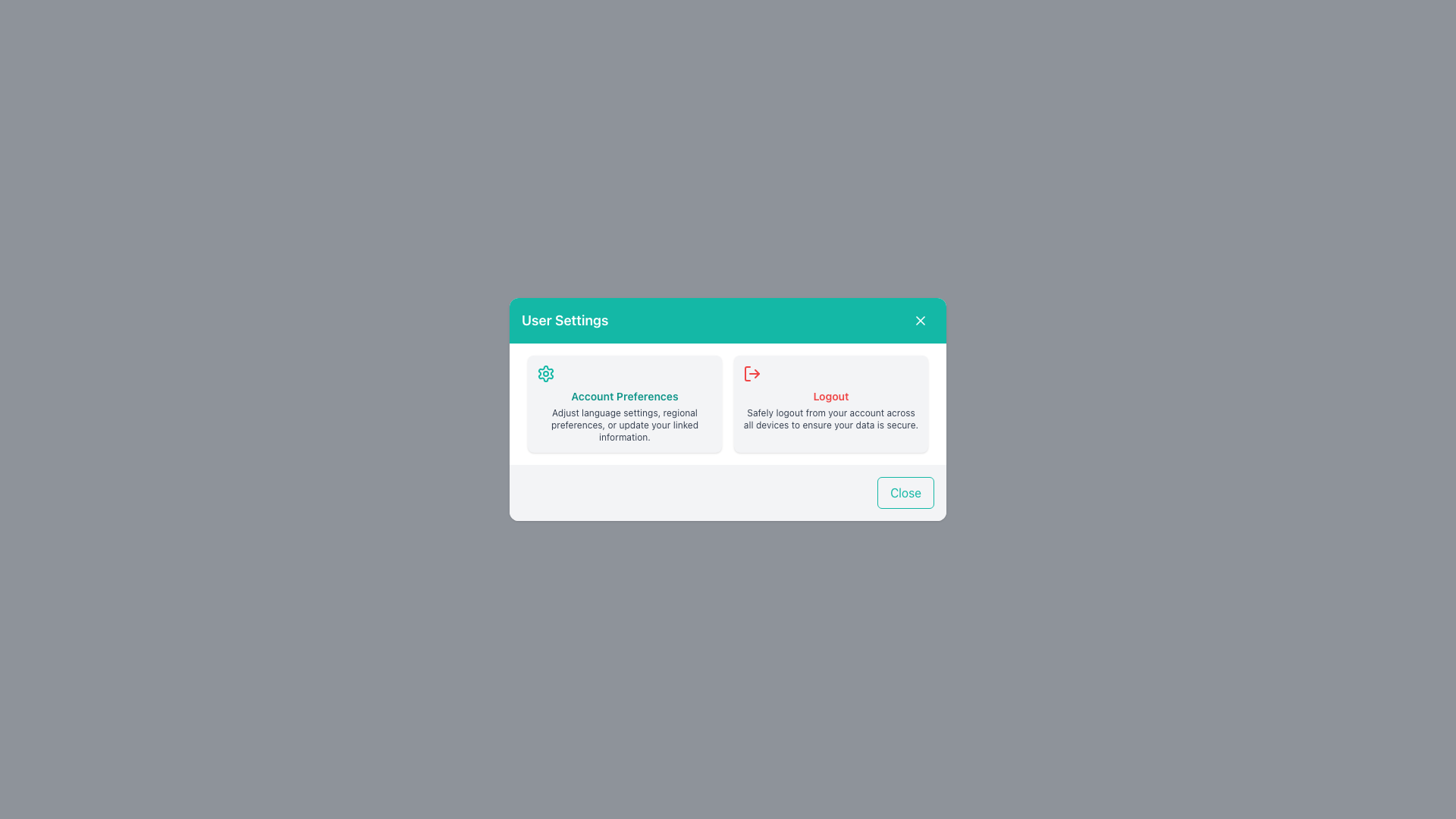 The image size is (1456, 819). I want to click on the illustrative icon located in the upper-left corner of the 'Account Preferences' panel to serve as a visual reference for section navigation, so click(546, 374).